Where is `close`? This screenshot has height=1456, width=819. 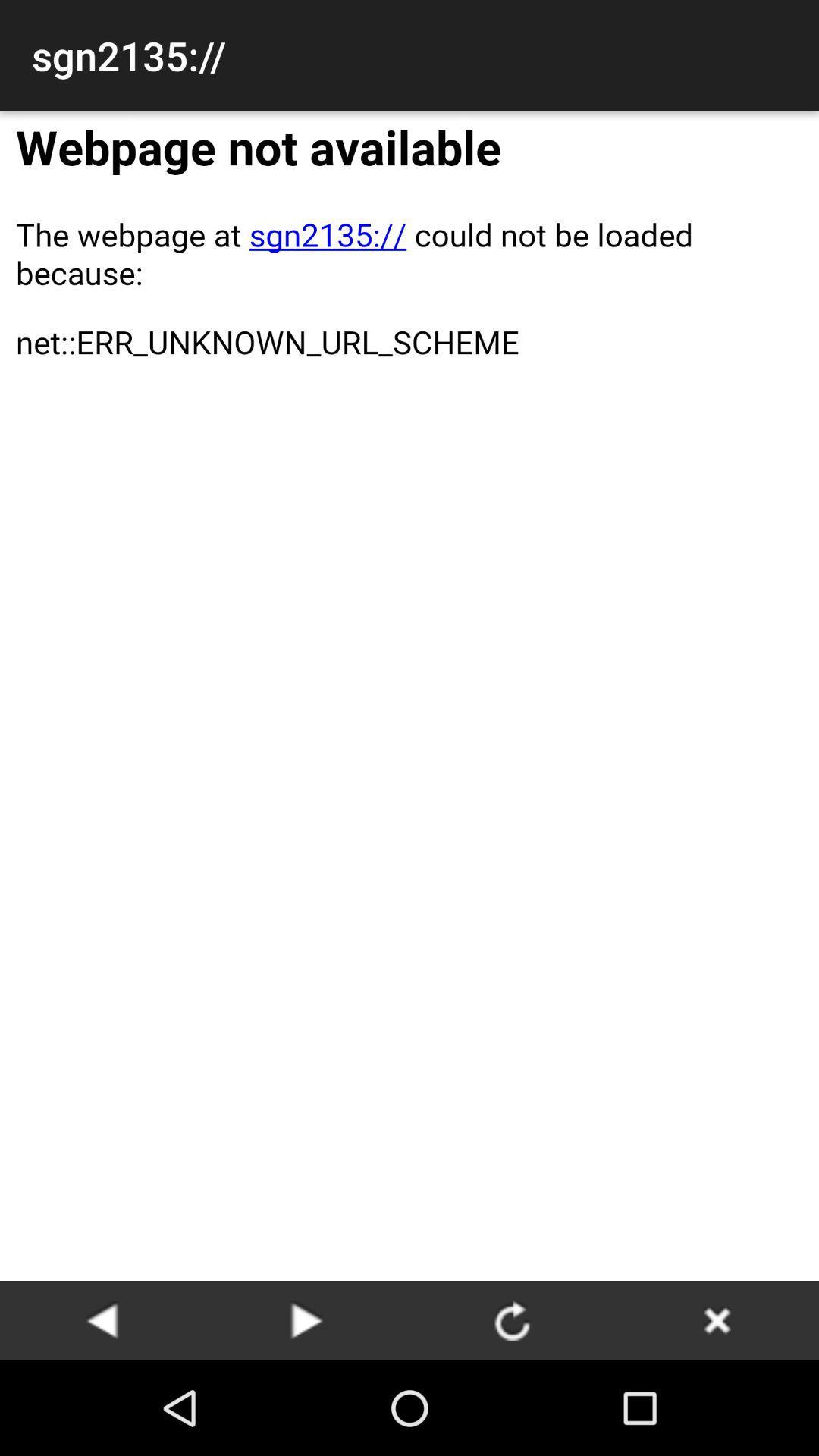
close is located at coordinates (717, 1319).